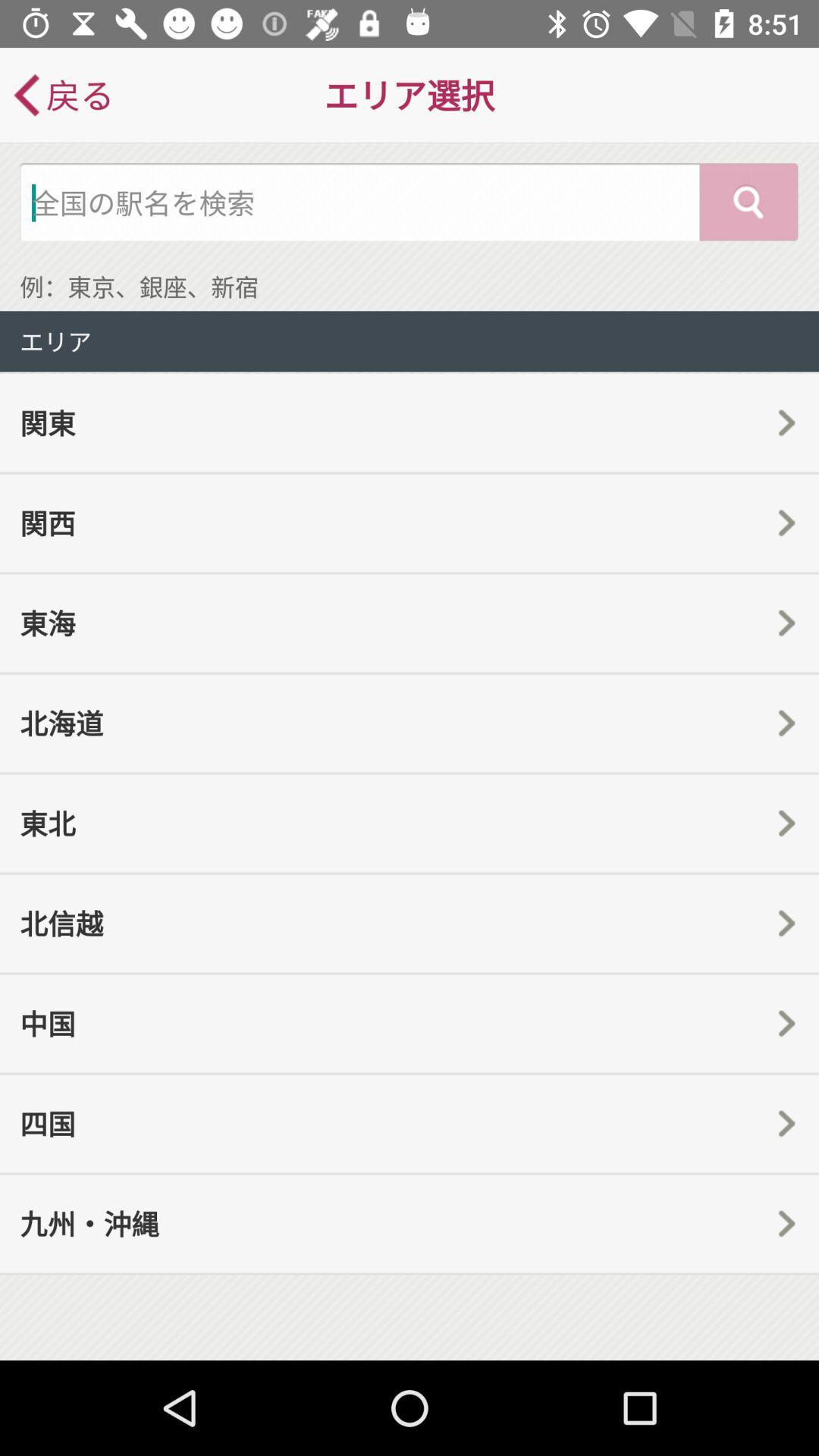  What do you see at coordinates (61, 94) in the screenshot?
I see `icon at the top left corner` at bounding box center [61, 94].